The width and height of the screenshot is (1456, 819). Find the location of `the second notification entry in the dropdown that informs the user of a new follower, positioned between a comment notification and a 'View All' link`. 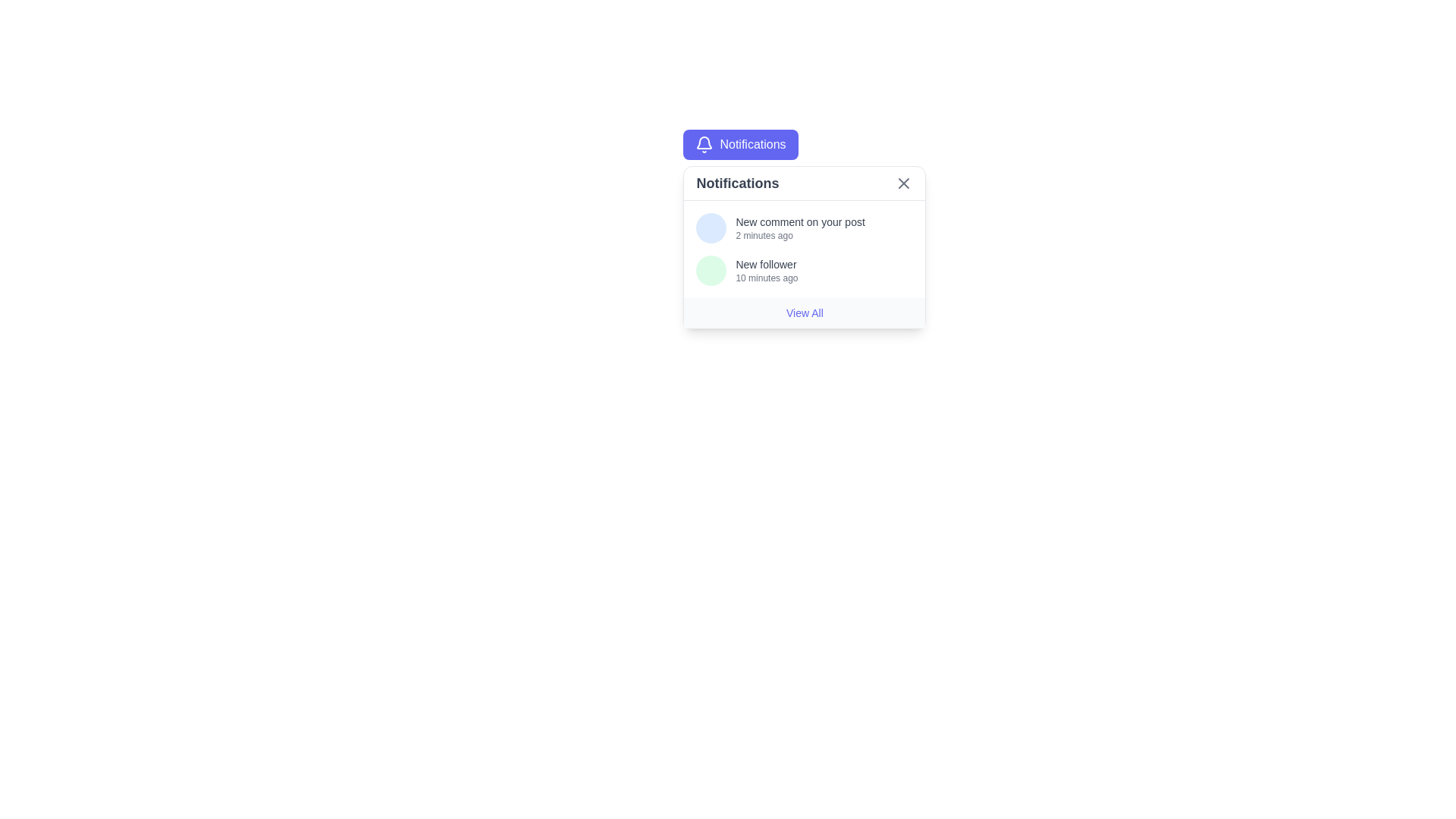

the second notification entry in the dropdown that informs the user of a new follower, positioned between a comment notification and a 'View All' link is located at coordinates (767, 270).